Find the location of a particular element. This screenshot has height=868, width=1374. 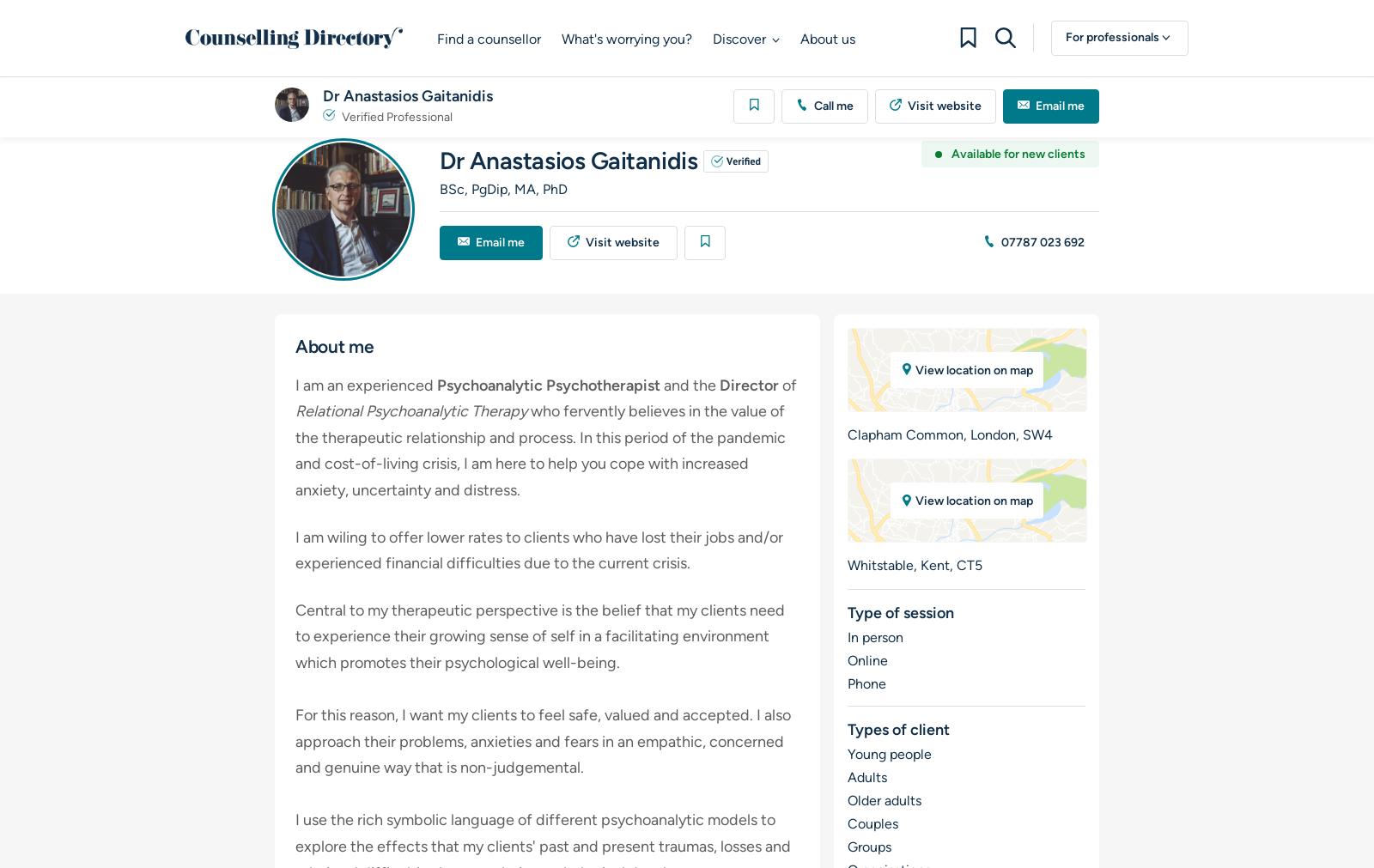

'In person' is located at coordinates (874, 636).